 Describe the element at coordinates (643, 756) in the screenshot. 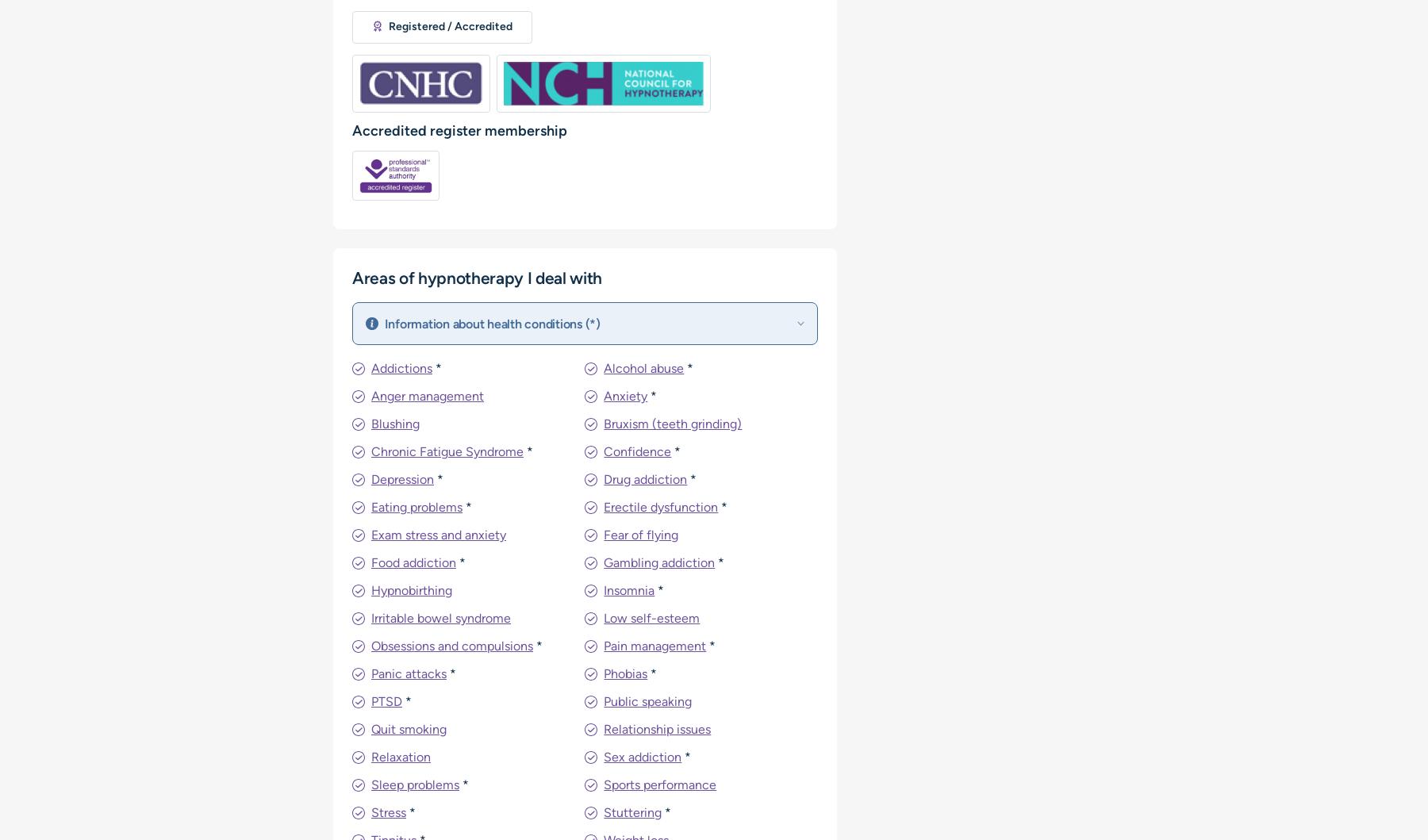

I see `'Sex addiction'` at that location.